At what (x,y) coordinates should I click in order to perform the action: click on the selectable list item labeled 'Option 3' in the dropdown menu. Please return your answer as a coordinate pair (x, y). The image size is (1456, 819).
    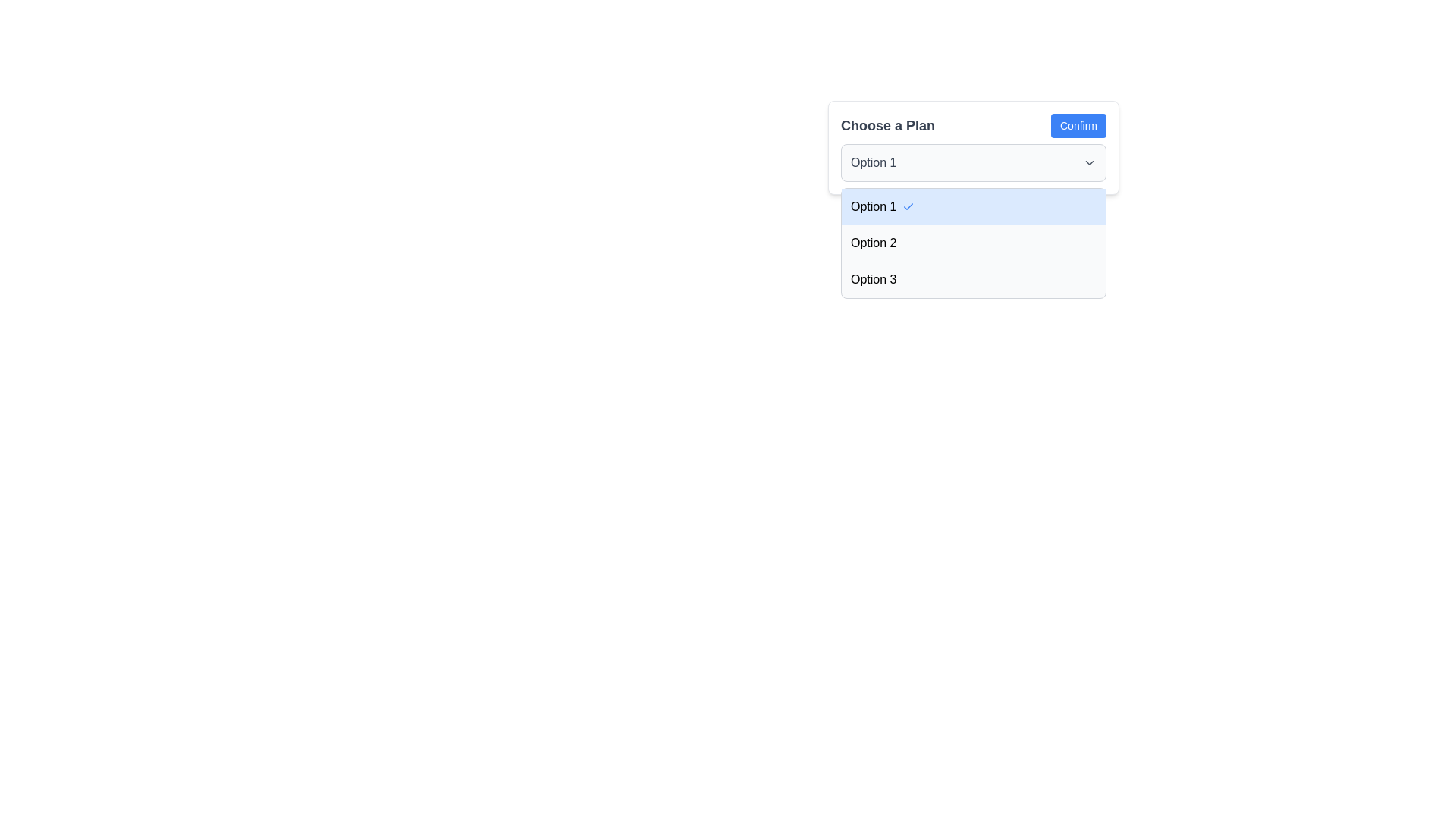
    Looking at the image, I should click on (973, 280).